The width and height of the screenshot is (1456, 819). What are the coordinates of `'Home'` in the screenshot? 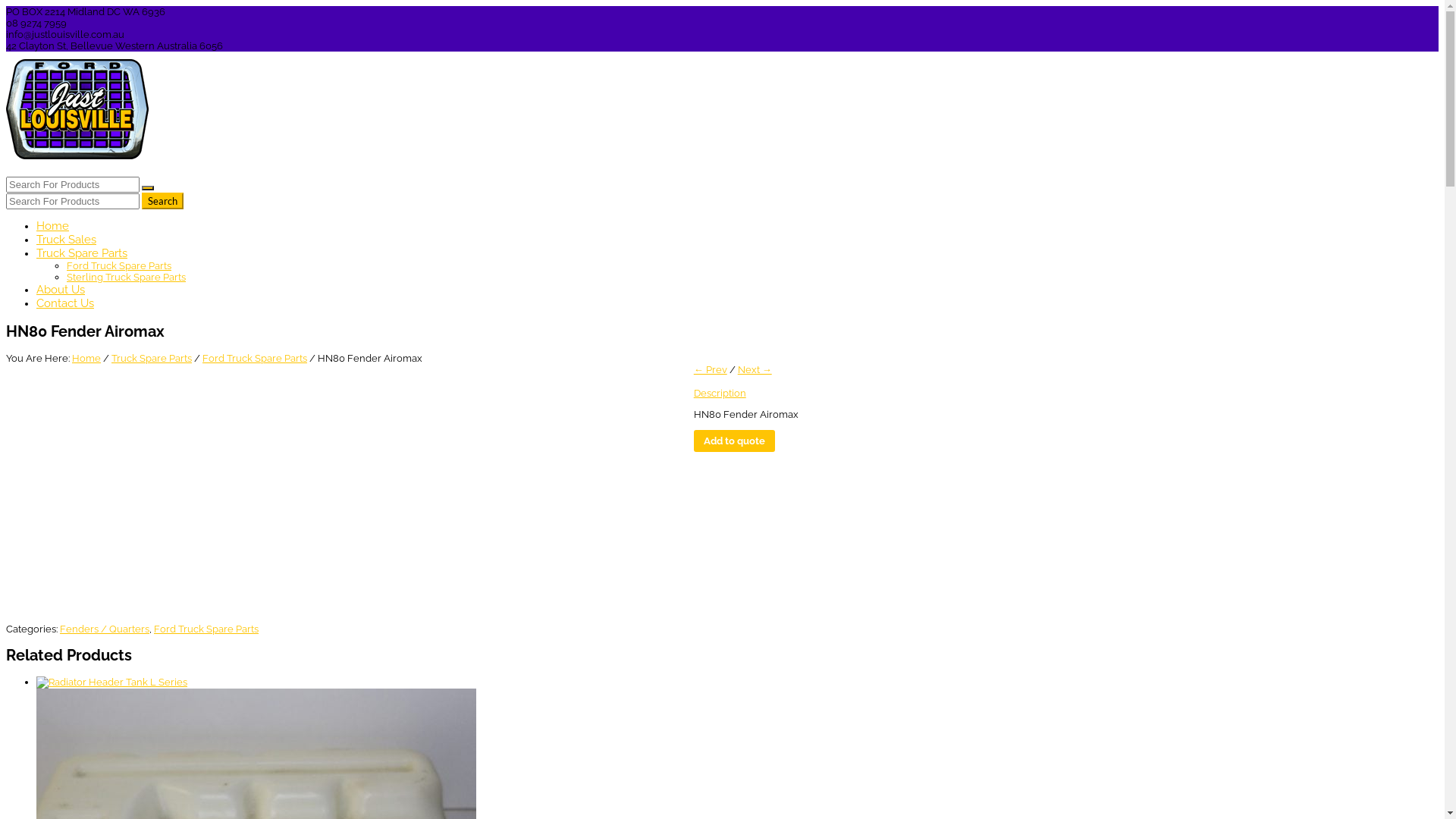 It's located at (86, 358).